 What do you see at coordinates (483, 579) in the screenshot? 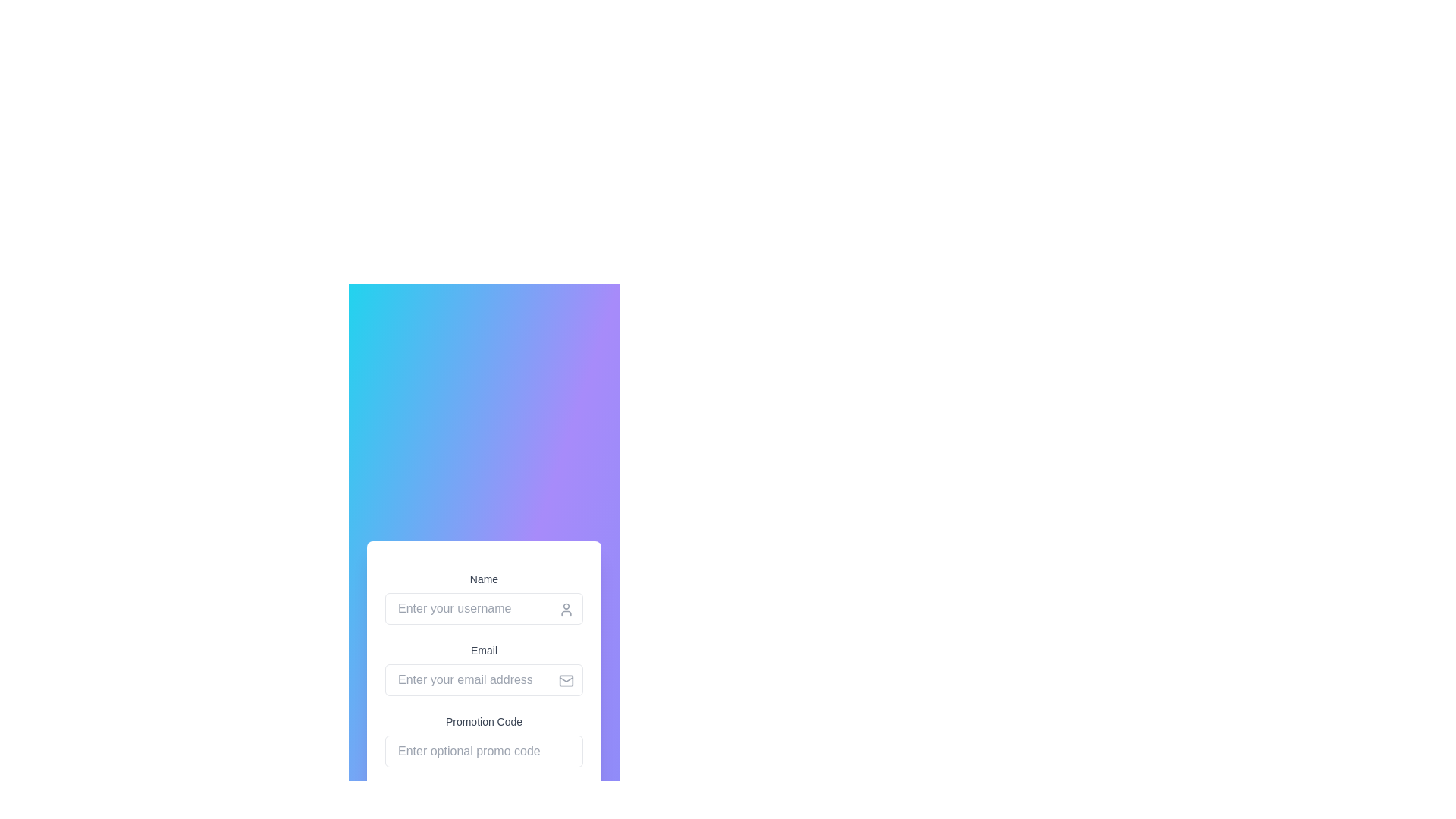
I see `text from the 'Name' label, which is styled with a small font size and light gray color, positioned above the input field` at bounding box center [483, 579].